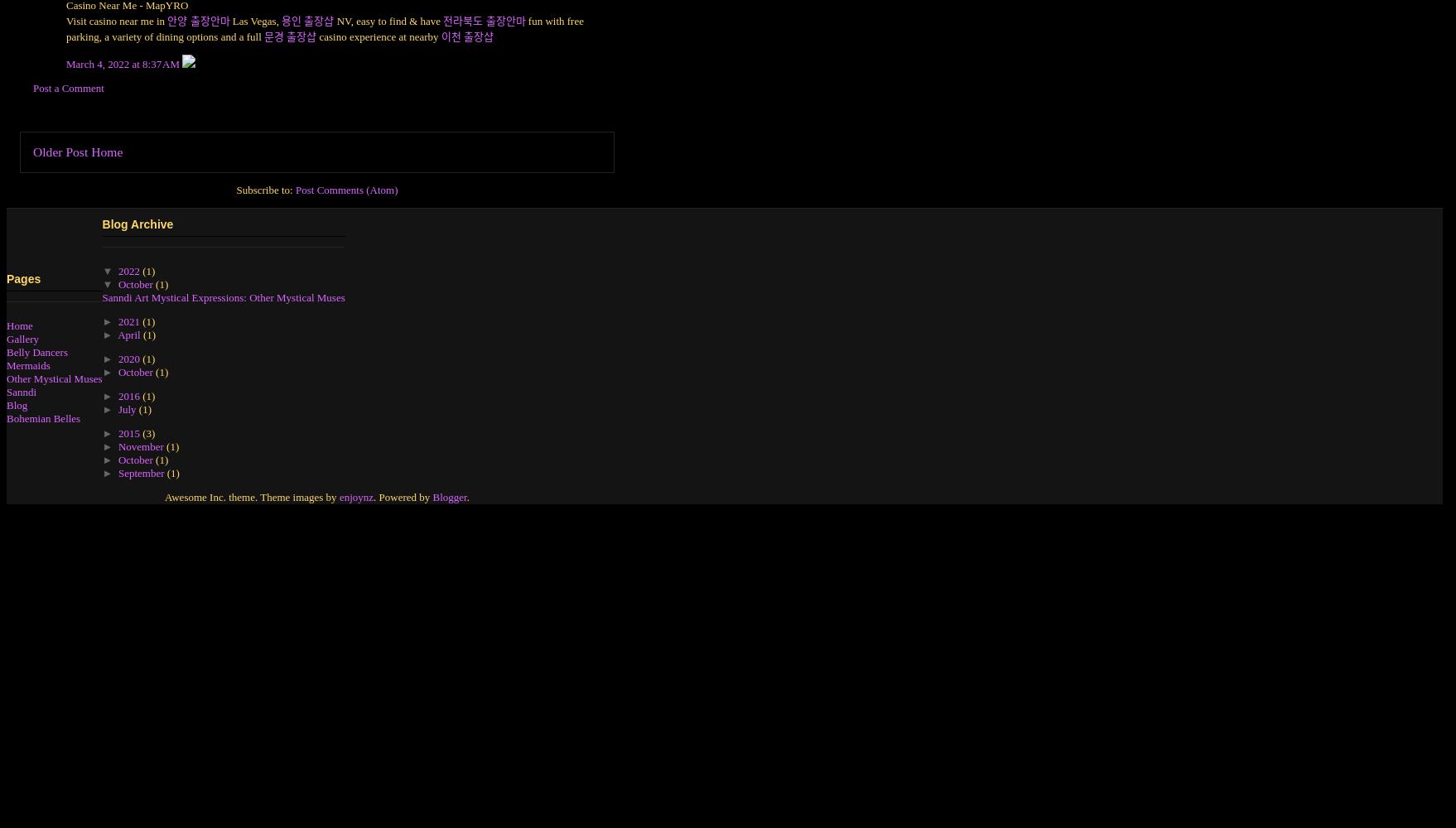 Image resolution: width=1456 pixels, height=828 pixels. I want to click on 'Las Vegas,', so click(255, 20).